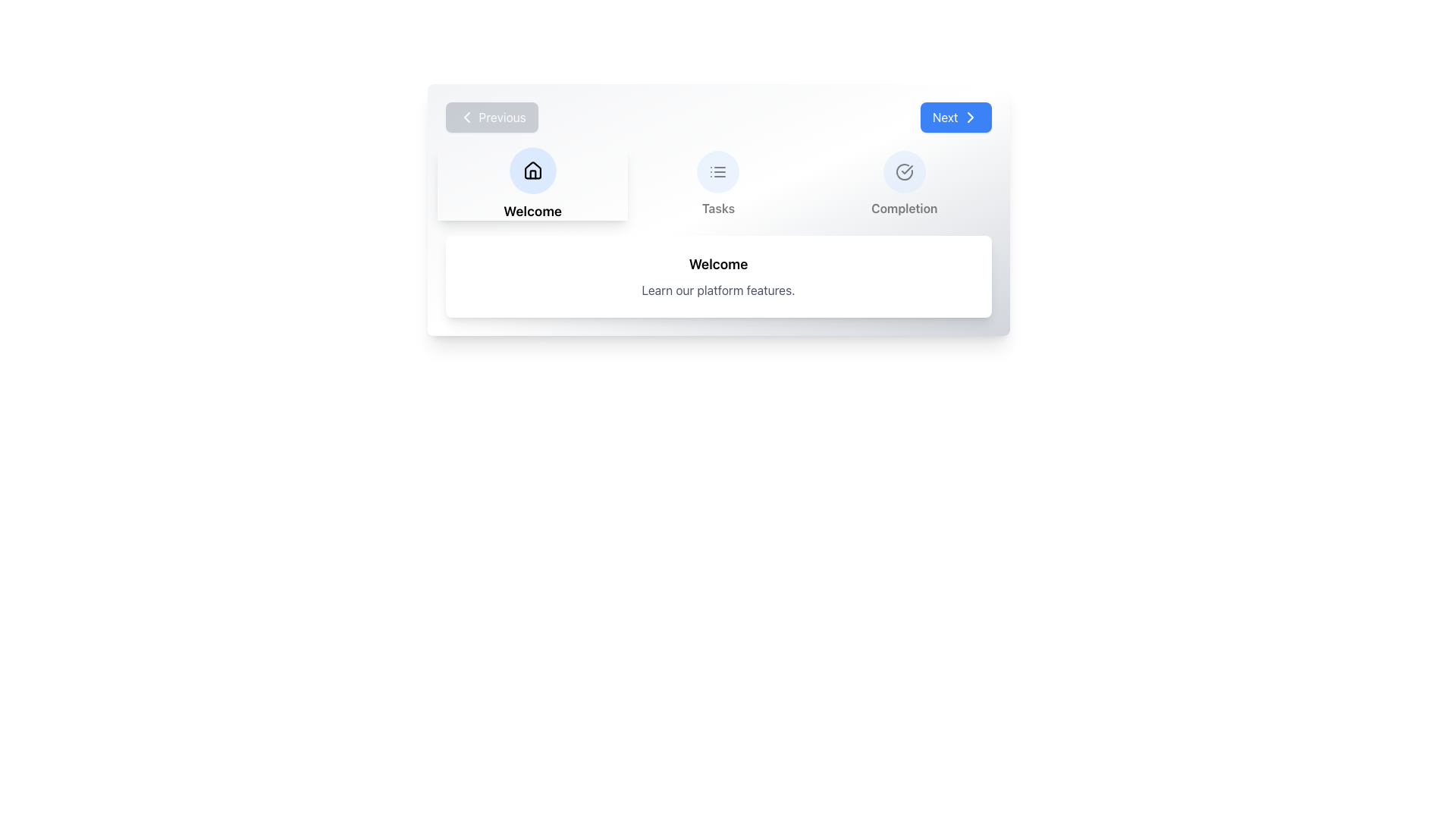 The width and height of the screenshot is (1456, 819). I want to click on the text label displaying 'Welcome', which is bold, centered, and located at the upper section of a rounded box, so click(717, 263).